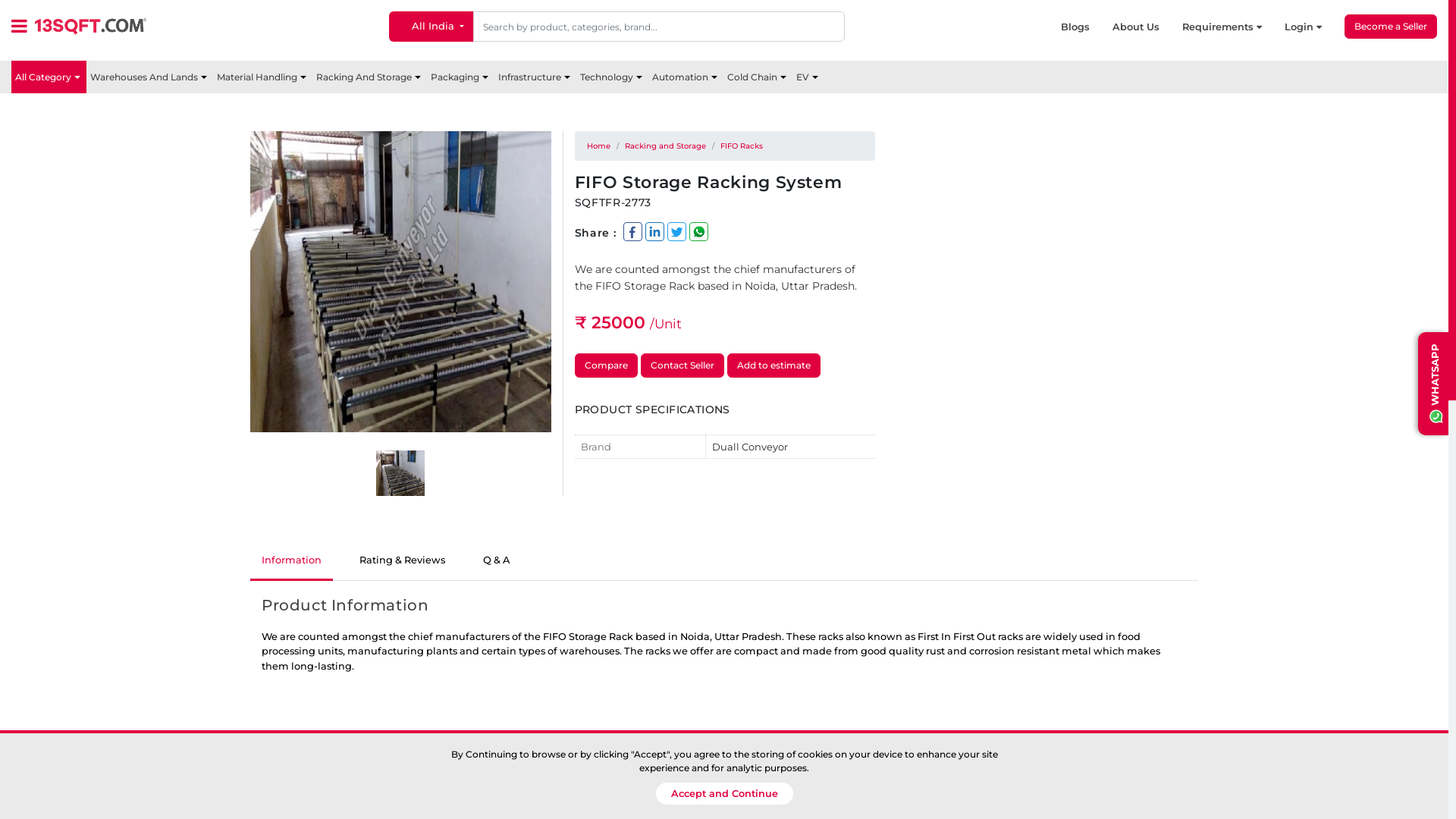 This screenshot has height=819, width=1456. Describe the element at coordinates (369, 77) in the screenshot. I see `'Racking And Storage'` at that location.